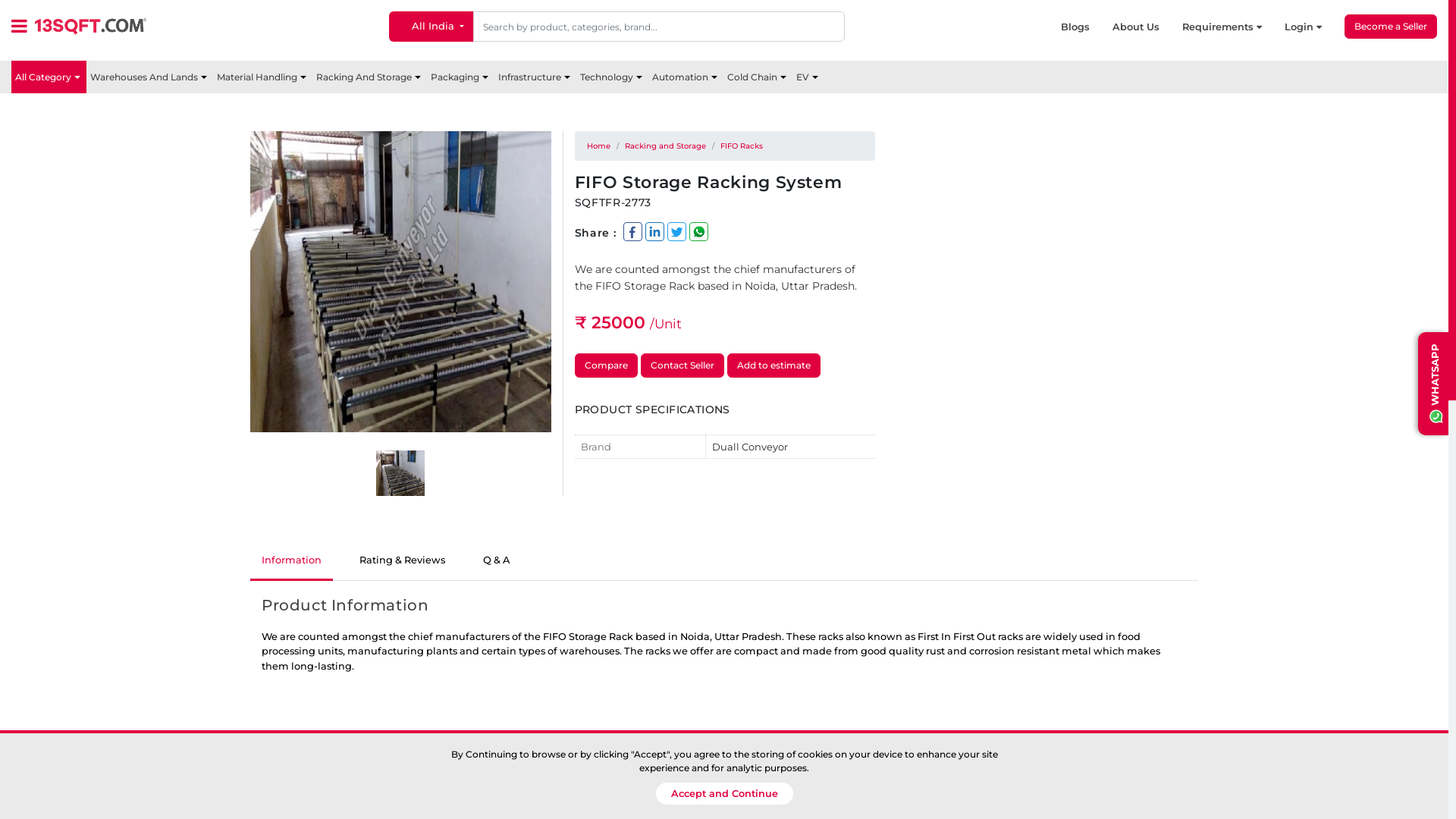 This screenshot has height=819, width=1456. Describe the element at coordinates (369, 77) in the screenshot. I see `'Racking And Storage'` at that location.